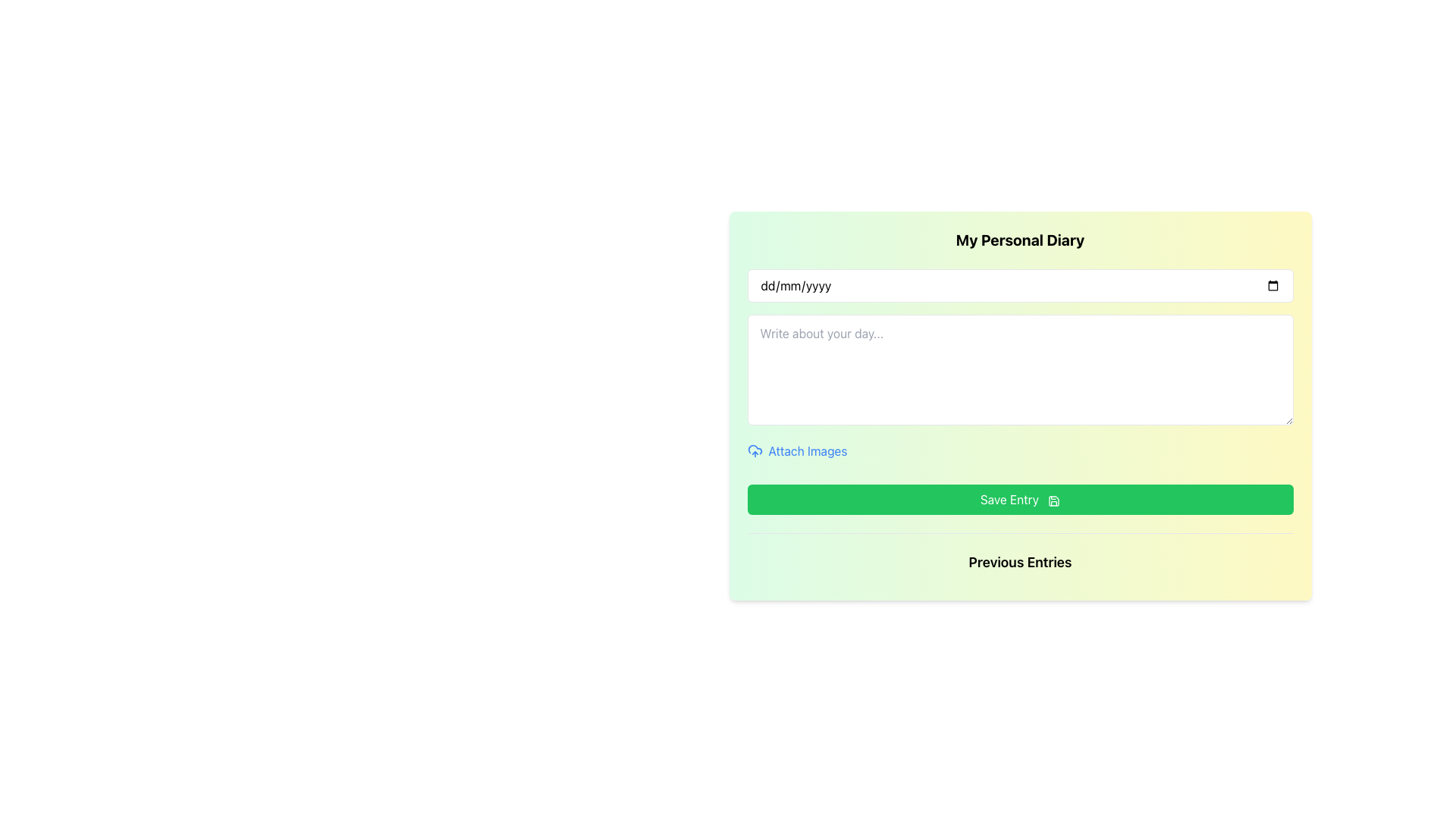 The image size is (1456, 819). What do you see at coordinates (755, 450) in the screenshot?
I see `the icon that signifies the action of attaching or uploading image files, located immediately to the left of the 'Attach Images' text at the bottom left of the diary form interface` at bounding box center [755, 450].